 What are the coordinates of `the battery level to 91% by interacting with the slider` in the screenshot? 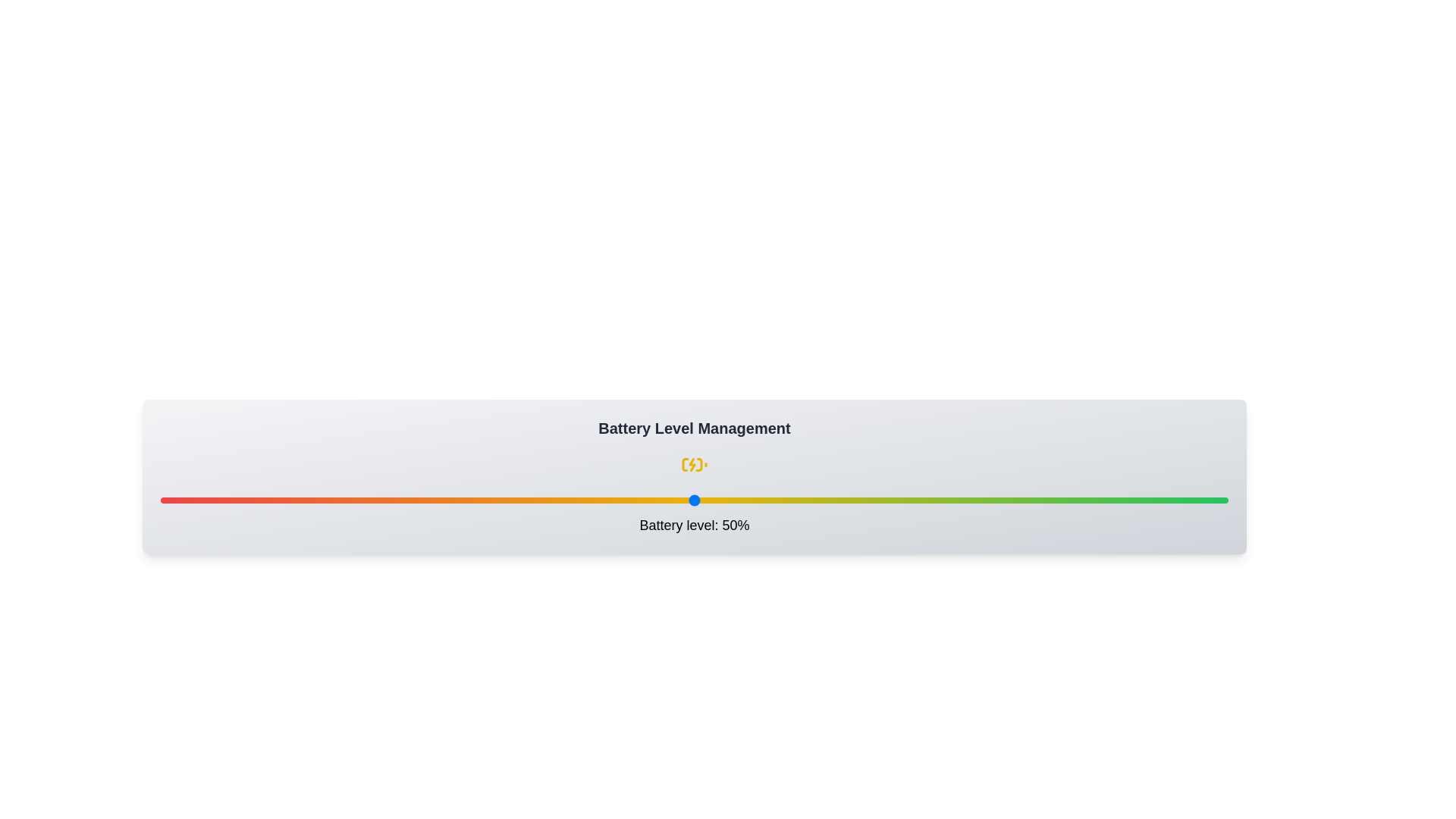 It's located at (1132, 500).